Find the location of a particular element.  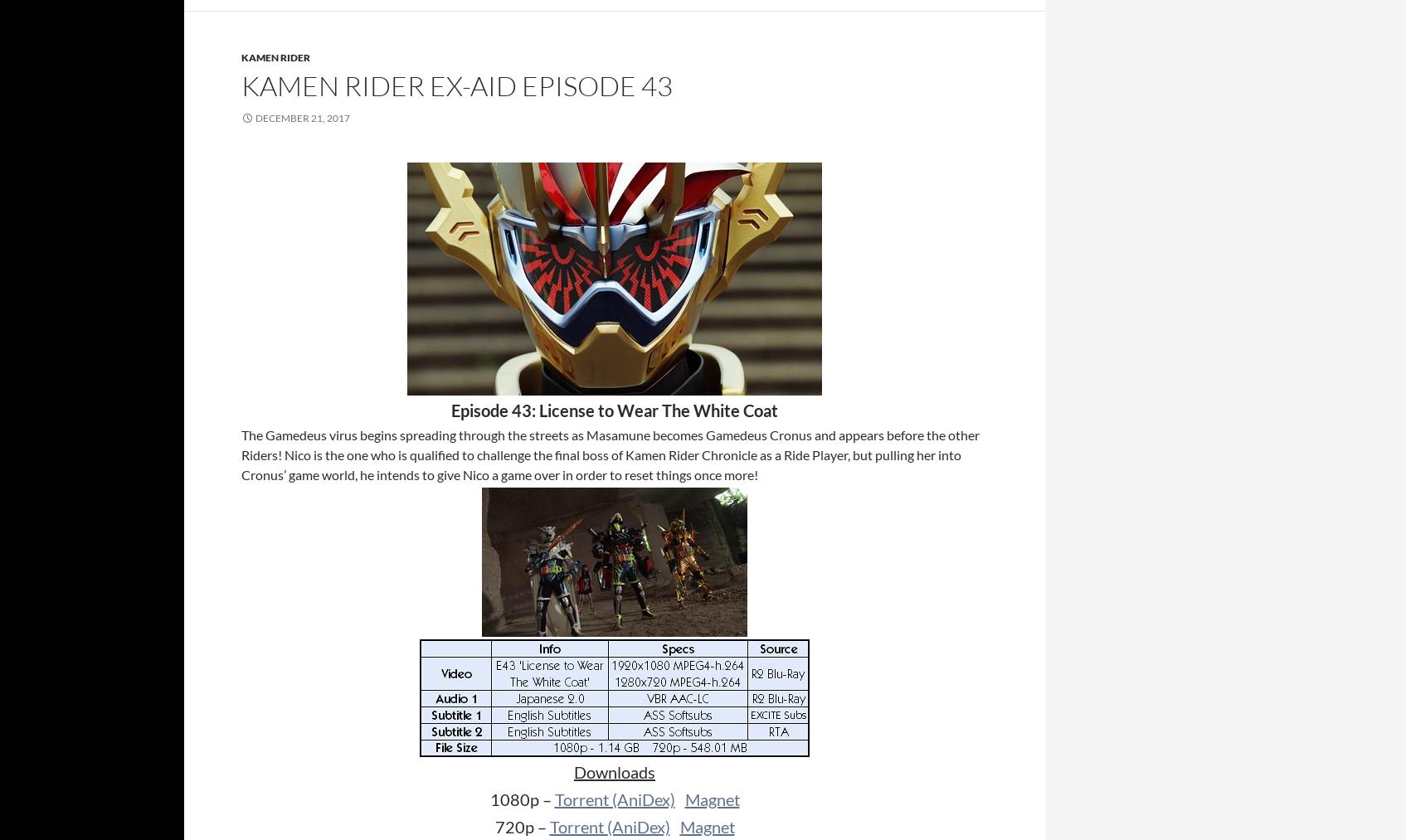

'Kamen Rider' is located at coordinates (275, 56).